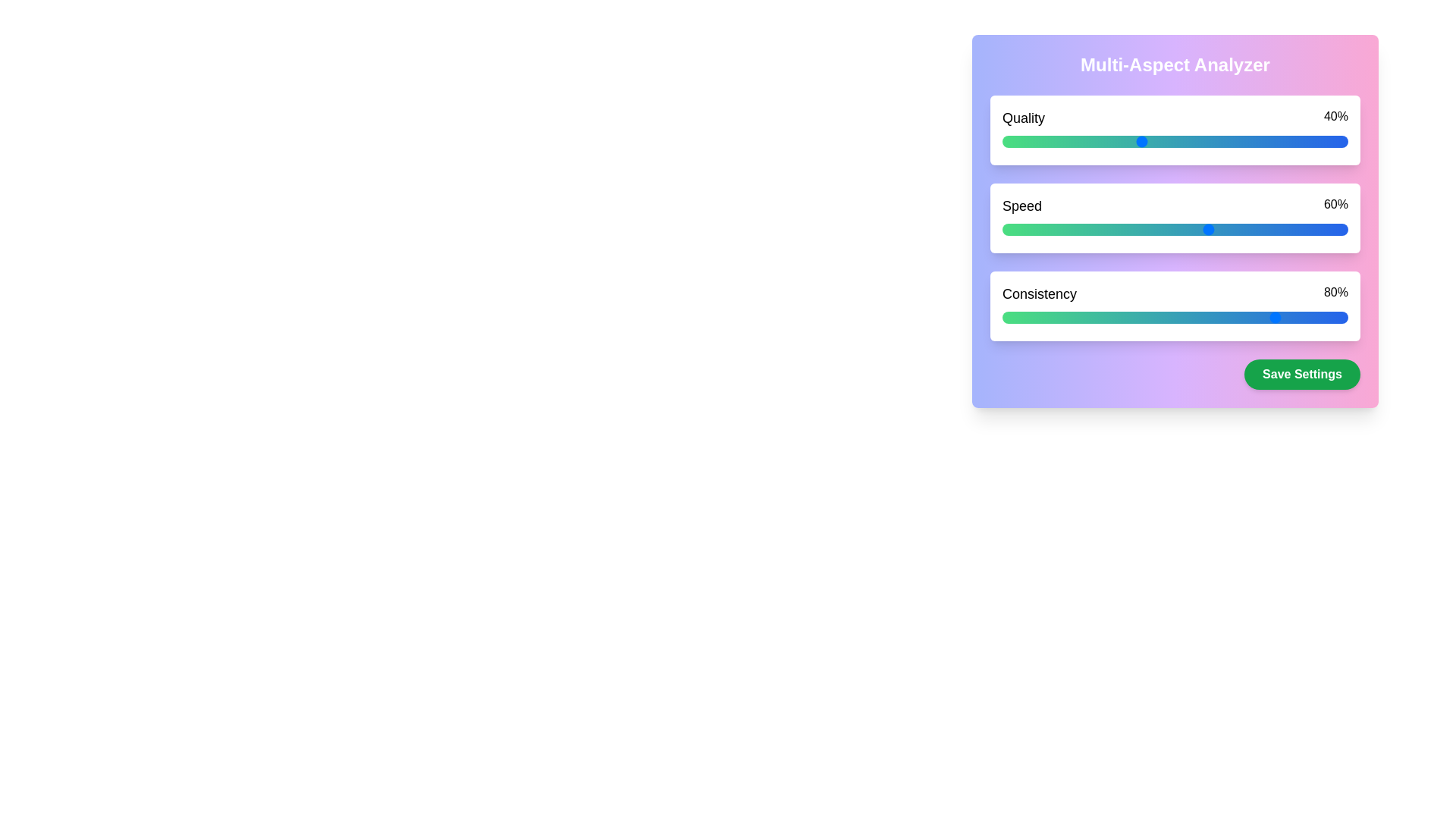 The image size is (1456, 819). What do you see at coordinates (1335, 117) in the screenshot?
I see `text label displaying '40%' which is located at the far right end of the 'Quality' progress bar` at bounding box center [1335, 117].